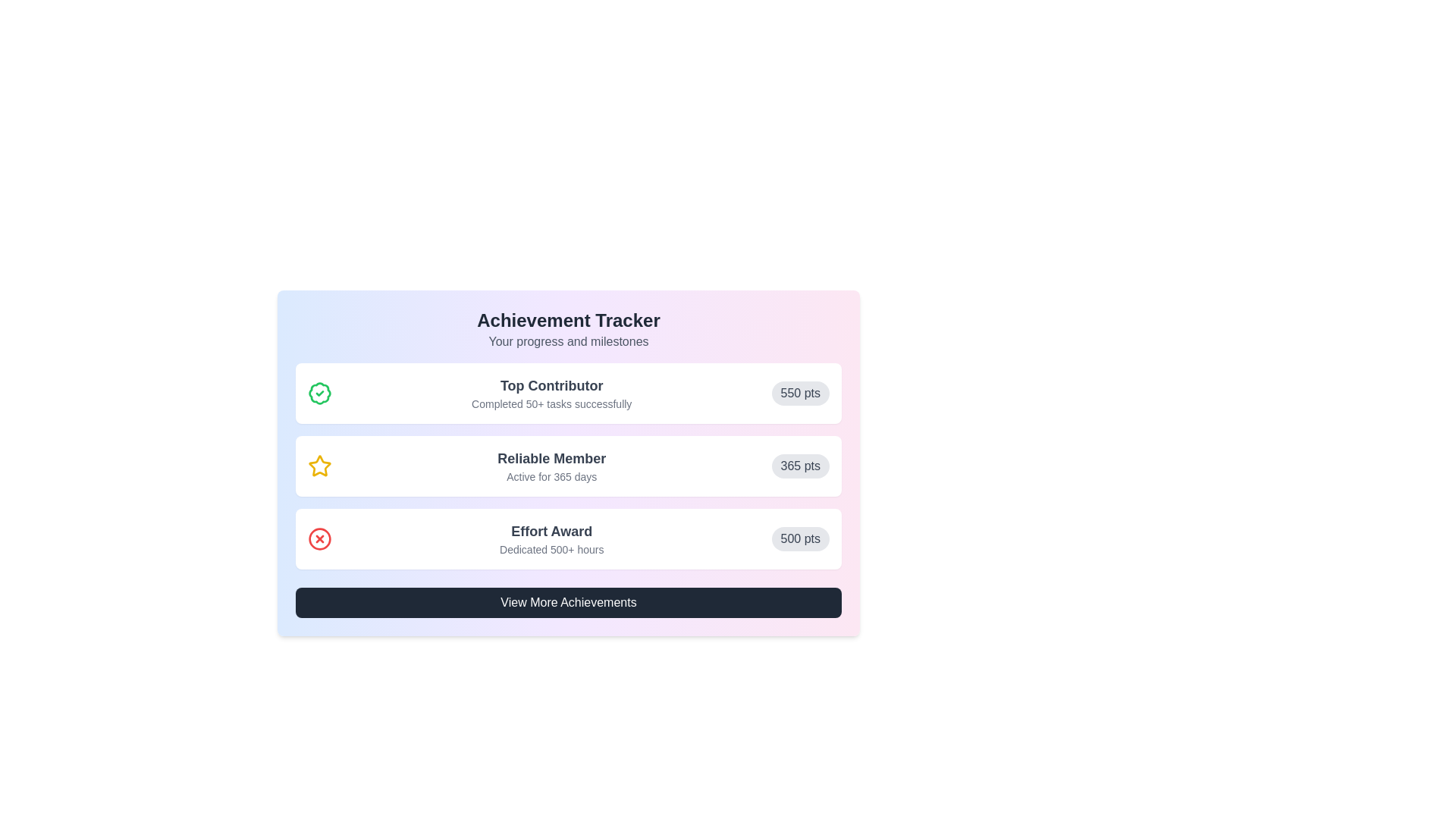 This screenshot has width=1456, height=819. I want to click on the achievement icon located at the top-left corner of the 'Top Contributor' card, preceding the text 'Top Contributor', so click(319, 393).